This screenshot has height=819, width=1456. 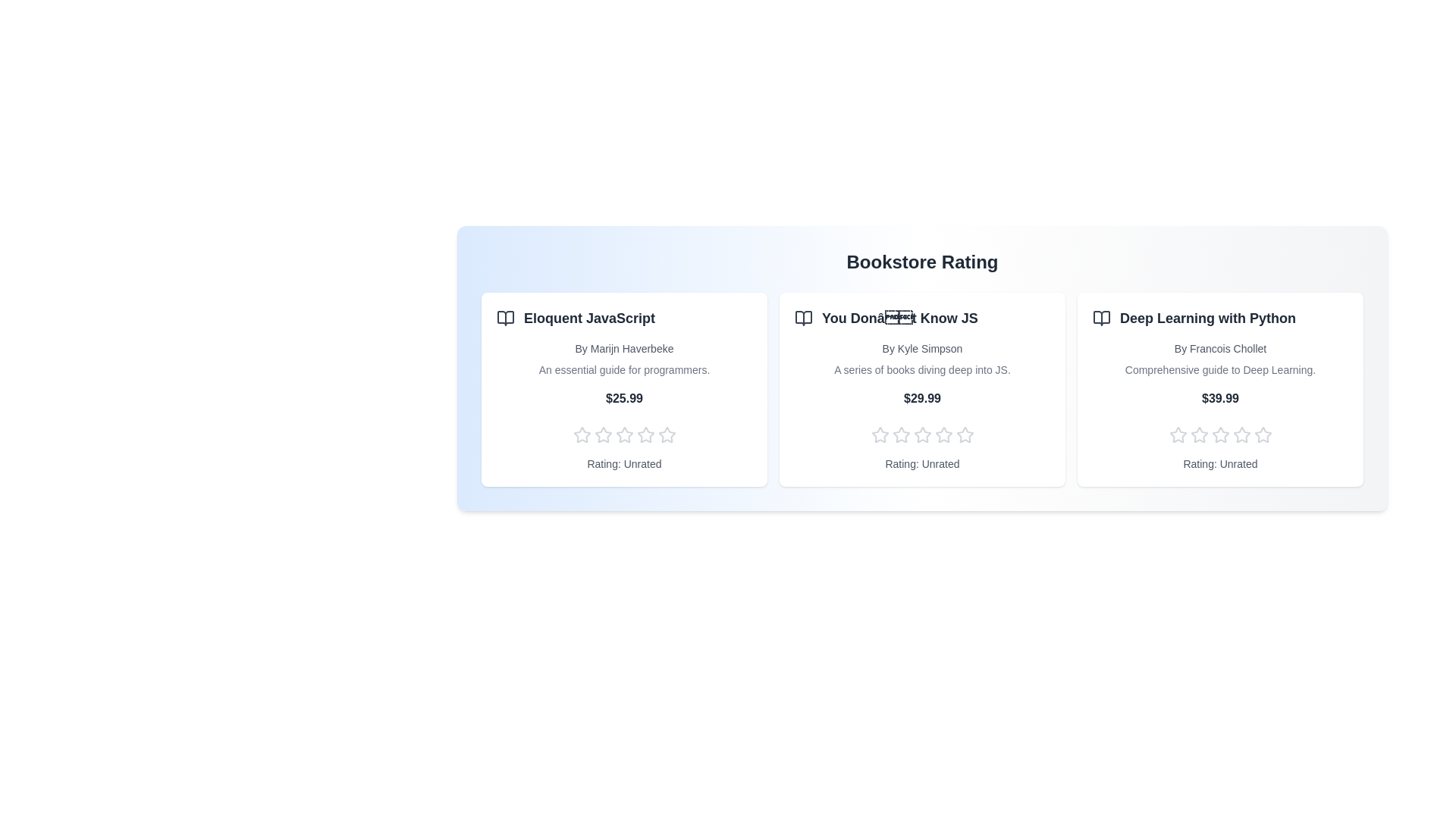 I want to click on the rating of a book to 3 stars by clicking on the corresponding star, so click(x=624, y=435).